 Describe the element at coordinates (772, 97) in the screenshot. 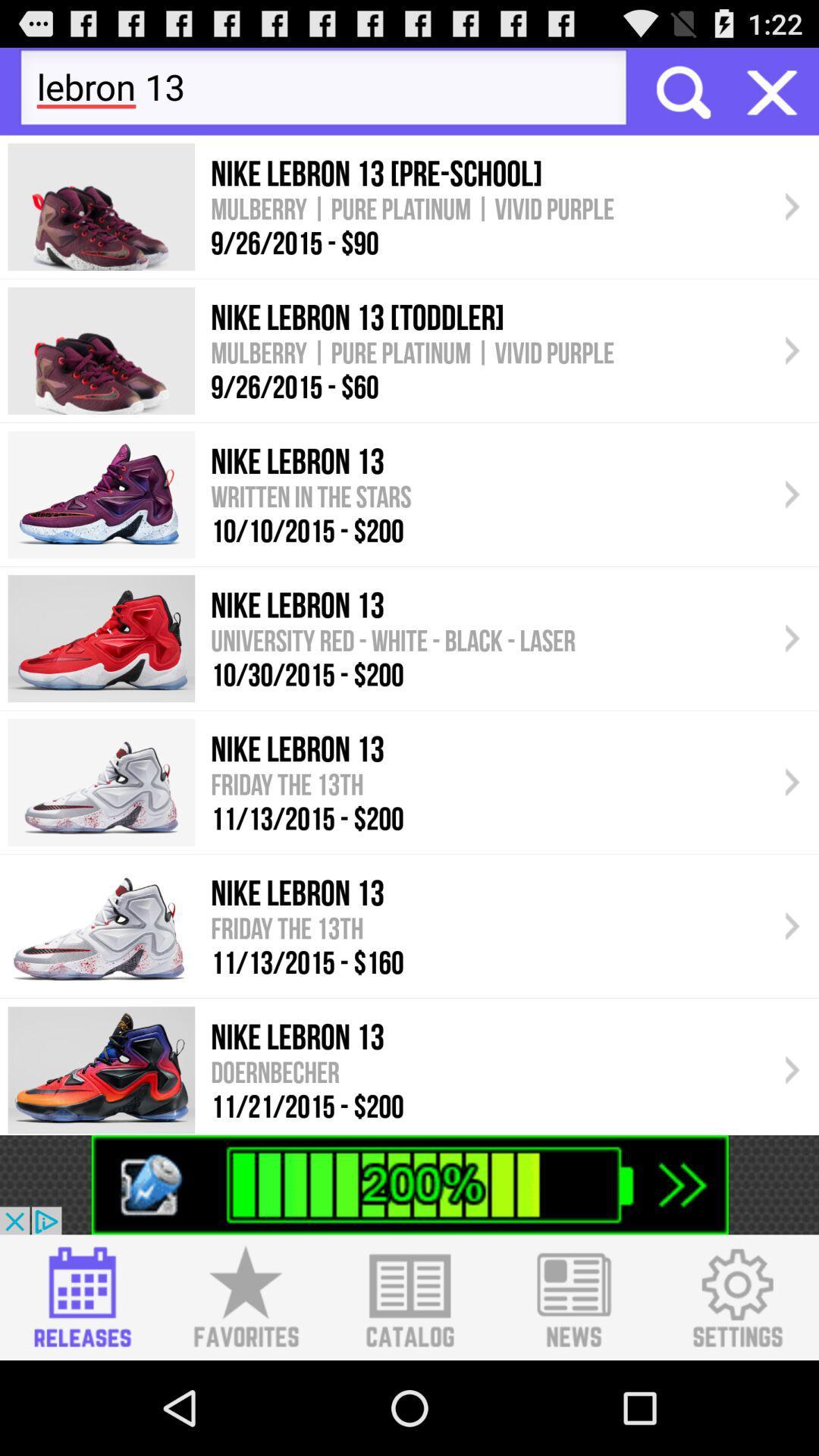

I see `the close icon` at that location.